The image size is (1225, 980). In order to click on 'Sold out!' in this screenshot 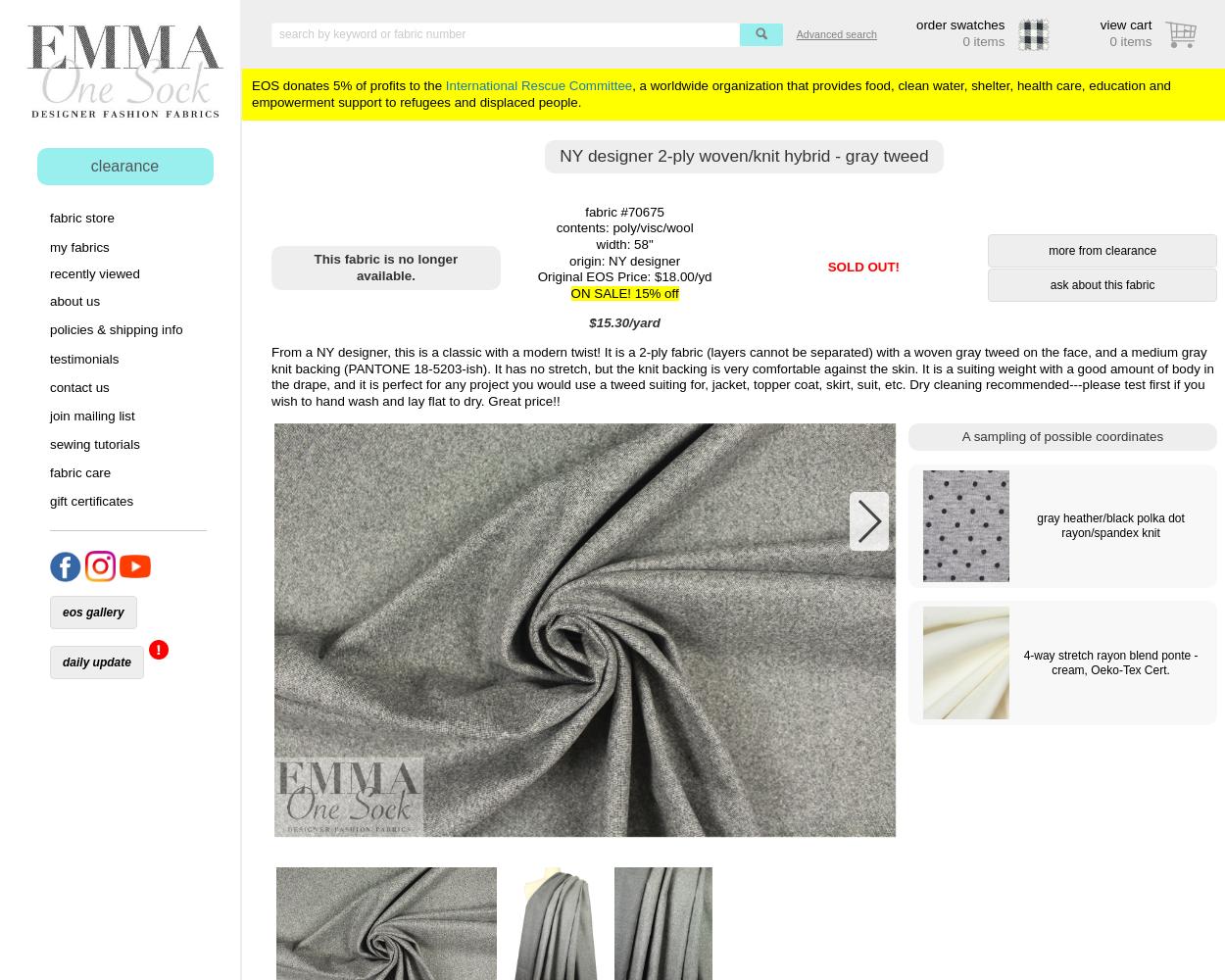, I will do `click(863, 267)`.